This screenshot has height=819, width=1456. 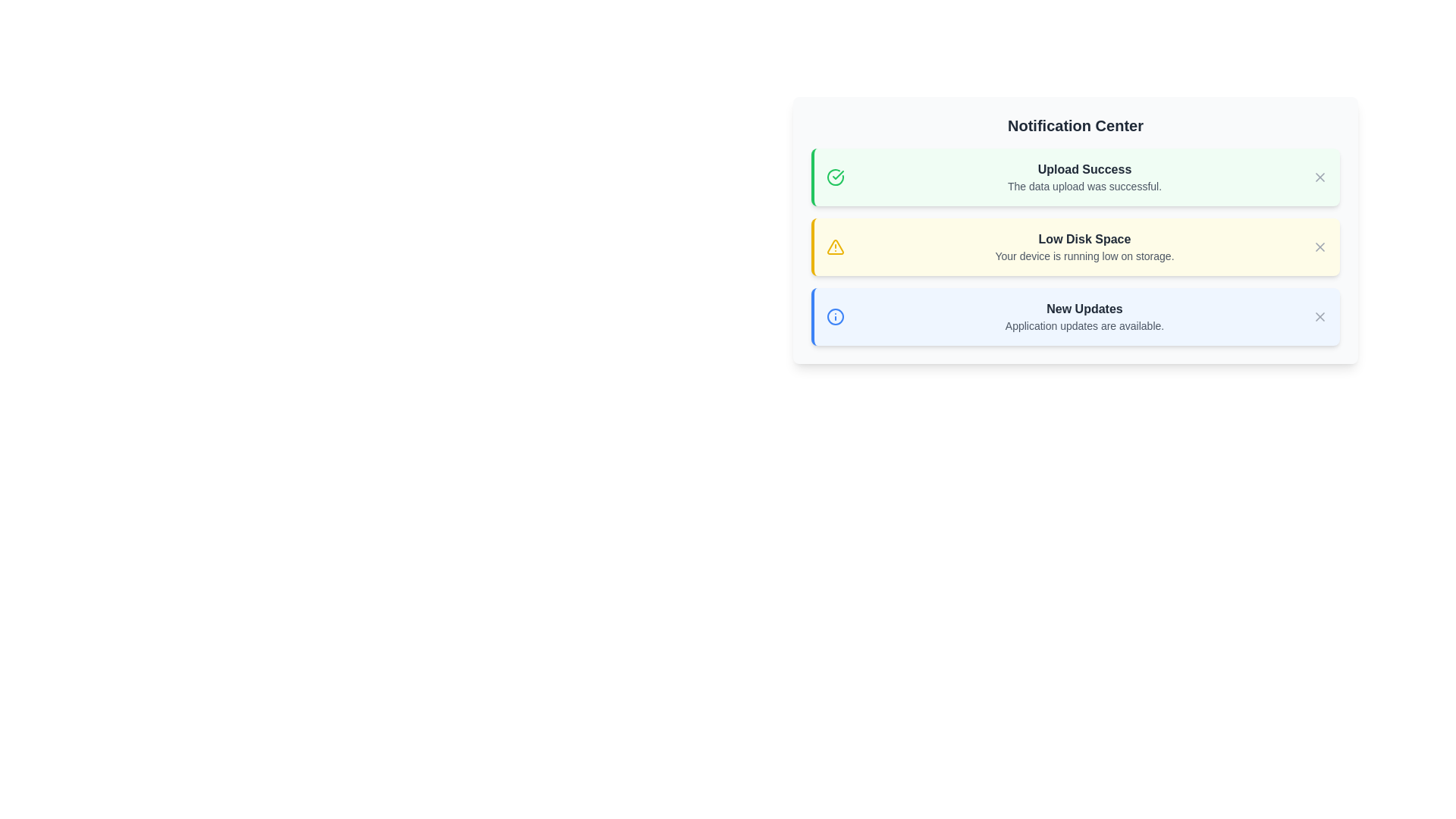 What do you see at coordinates (1084, 246) in the screenshot?
I see `the text block that displays the low storage space warning in the Notification Center, located between the 'Upload Success' and 'New Updates' notifications` at bounding box center [1084, 246].